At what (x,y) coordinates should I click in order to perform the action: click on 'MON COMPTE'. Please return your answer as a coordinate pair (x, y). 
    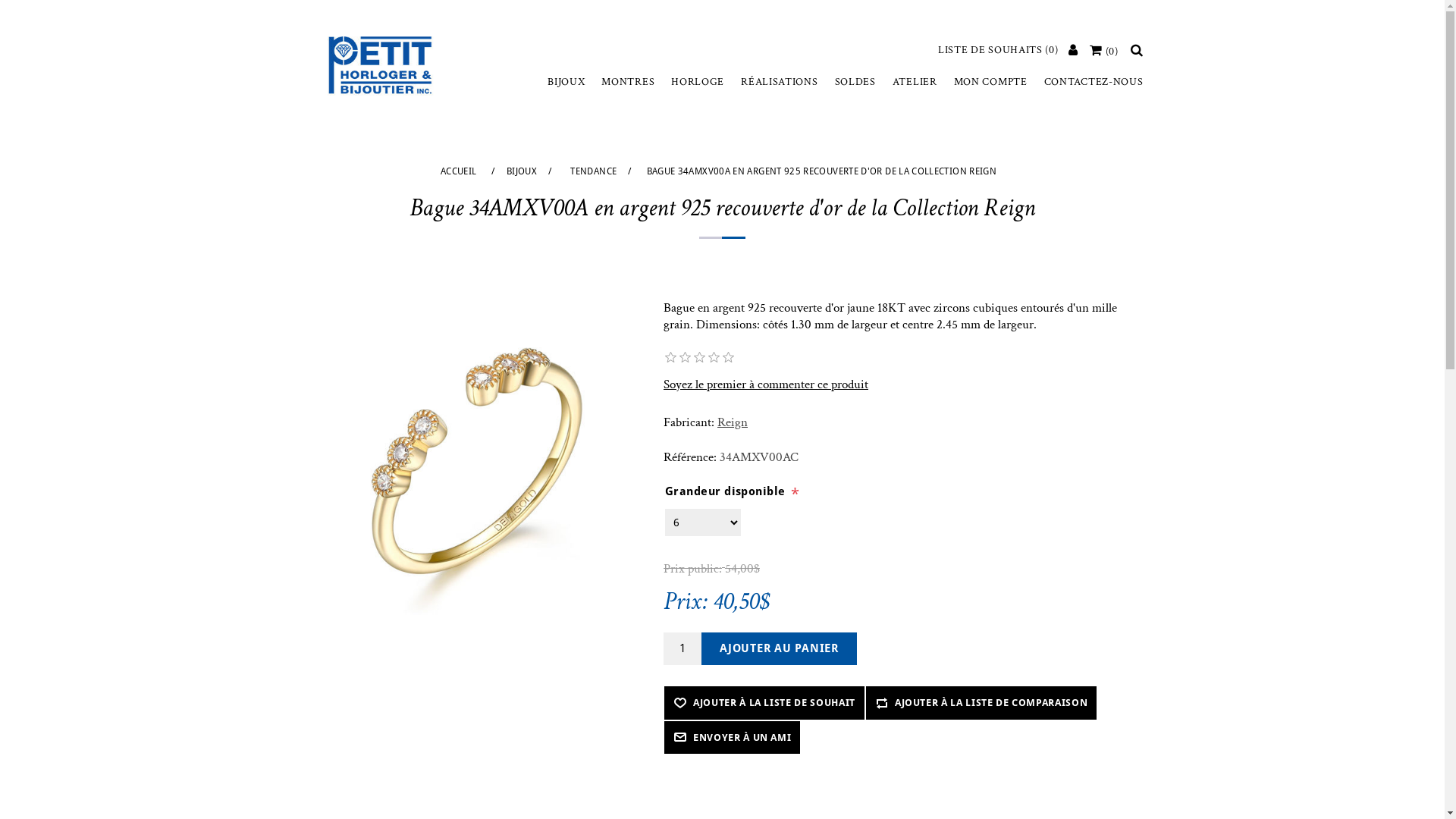
    Looking at the image, I should click on (990, 82).